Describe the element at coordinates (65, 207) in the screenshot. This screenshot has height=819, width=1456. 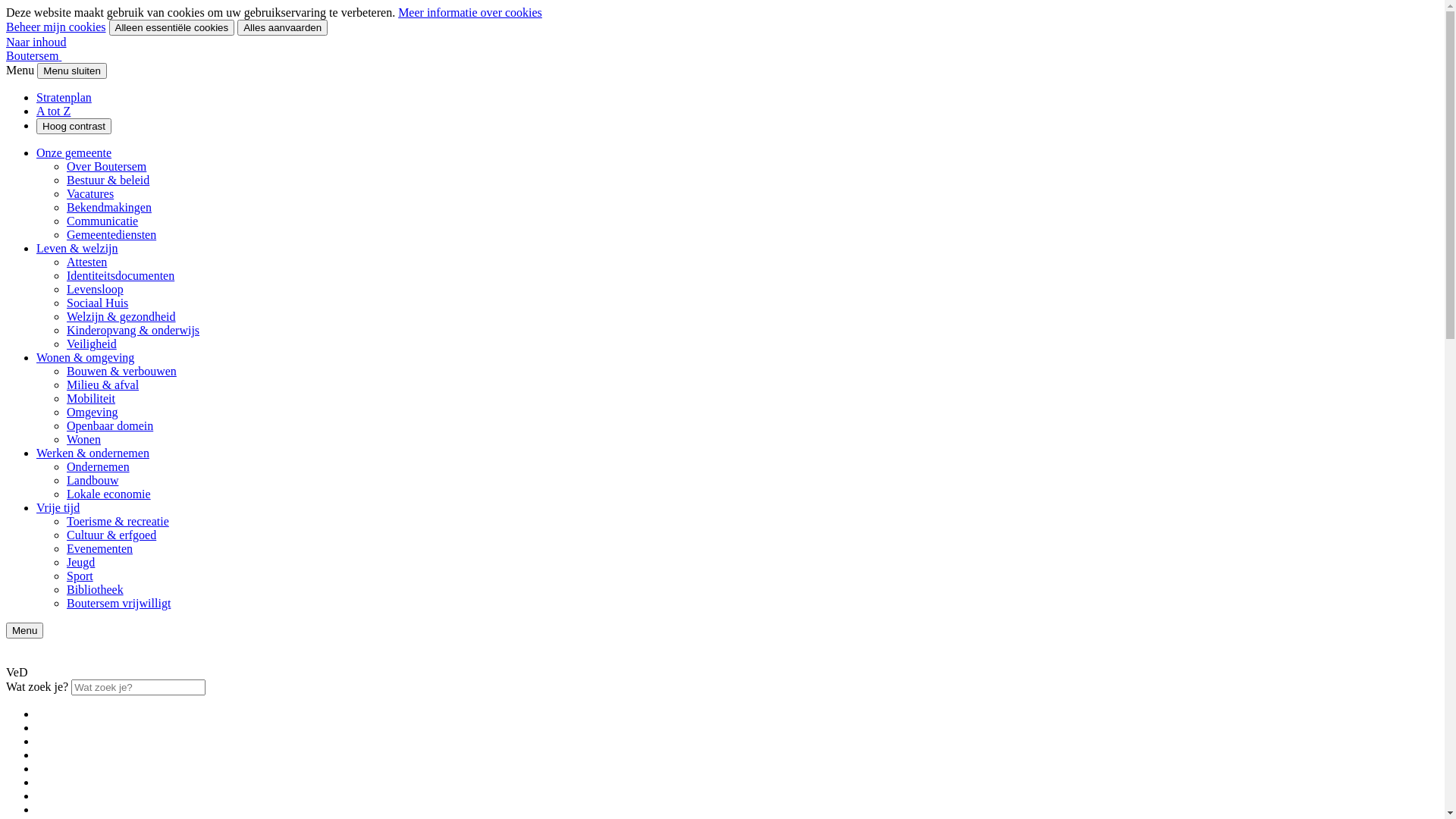
I see `'Bekendmakingen'` at that location.